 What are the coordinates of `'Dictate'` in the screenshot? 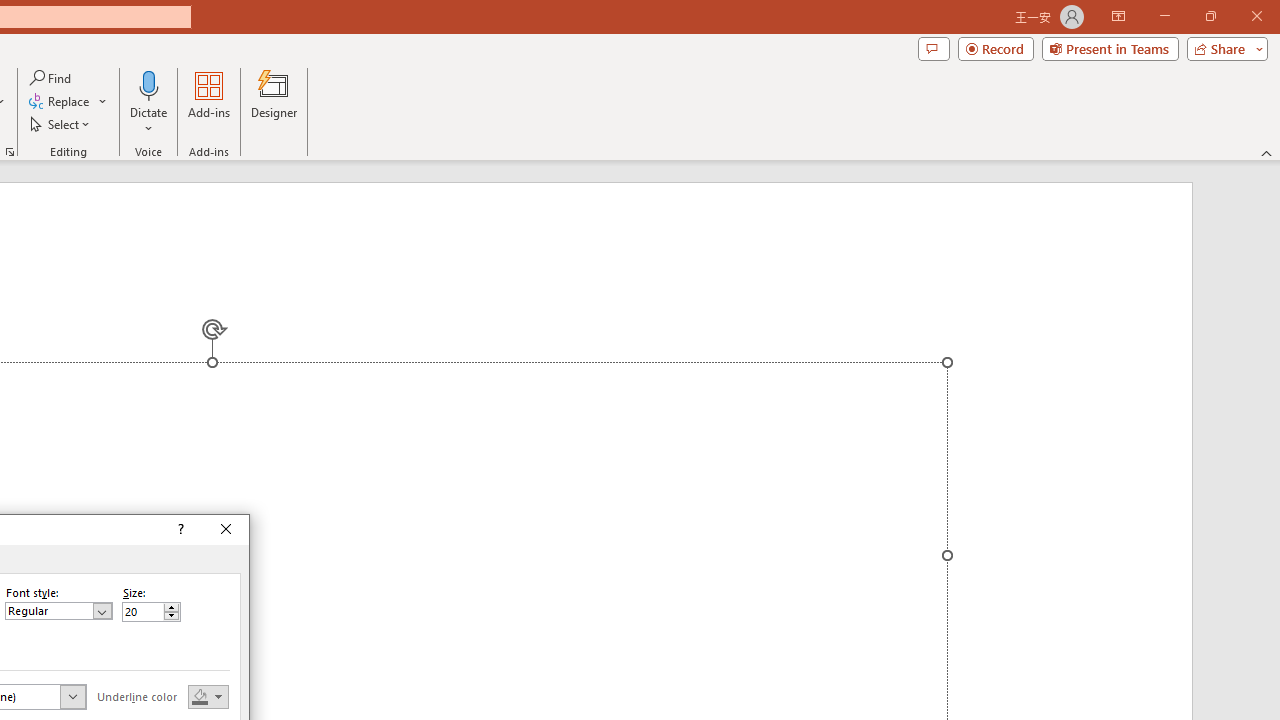 It's located at (148, 103).